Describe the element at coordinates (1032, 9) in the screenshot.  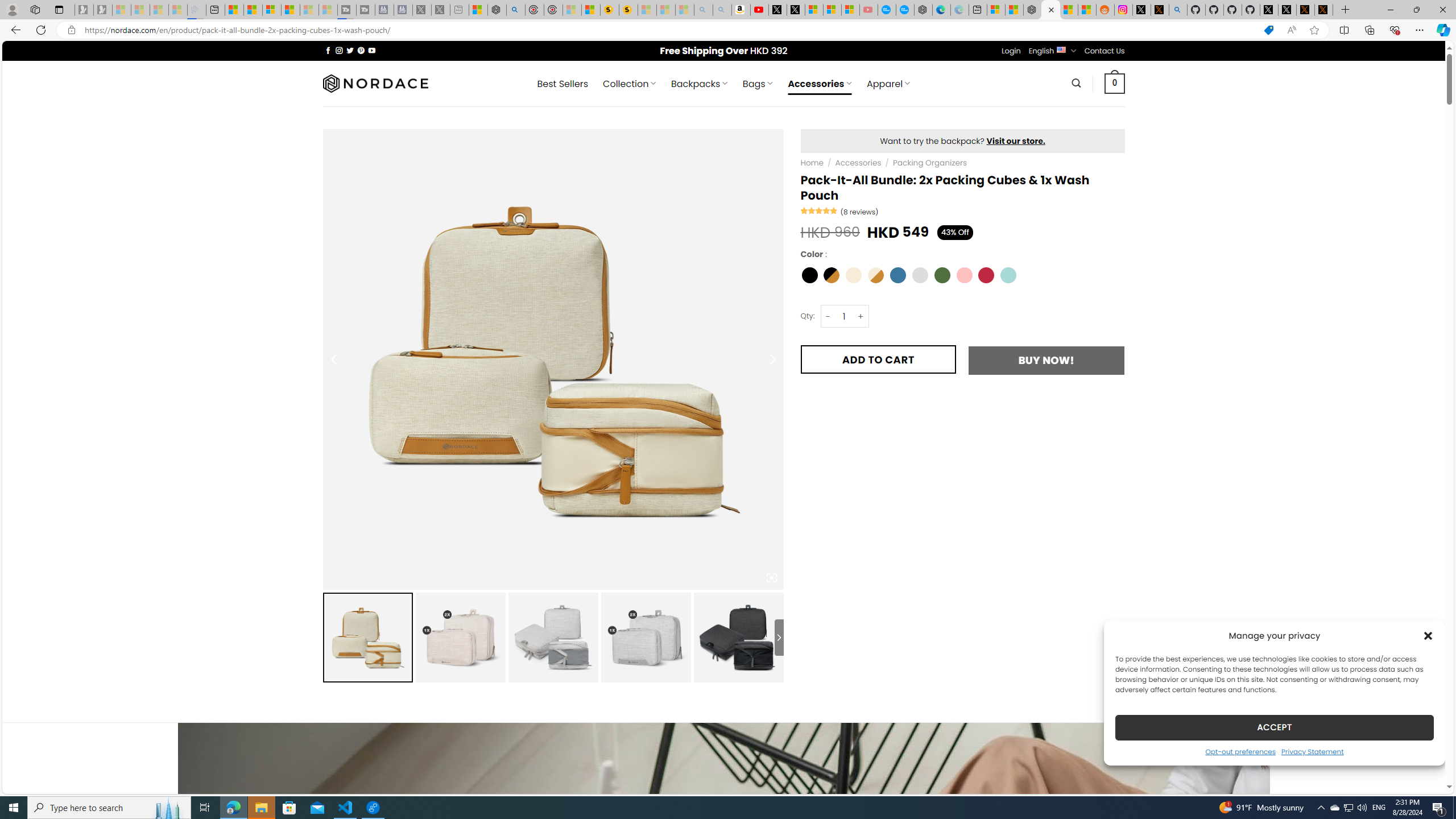
I see `'Nordace - Best Sellers'` at that location.